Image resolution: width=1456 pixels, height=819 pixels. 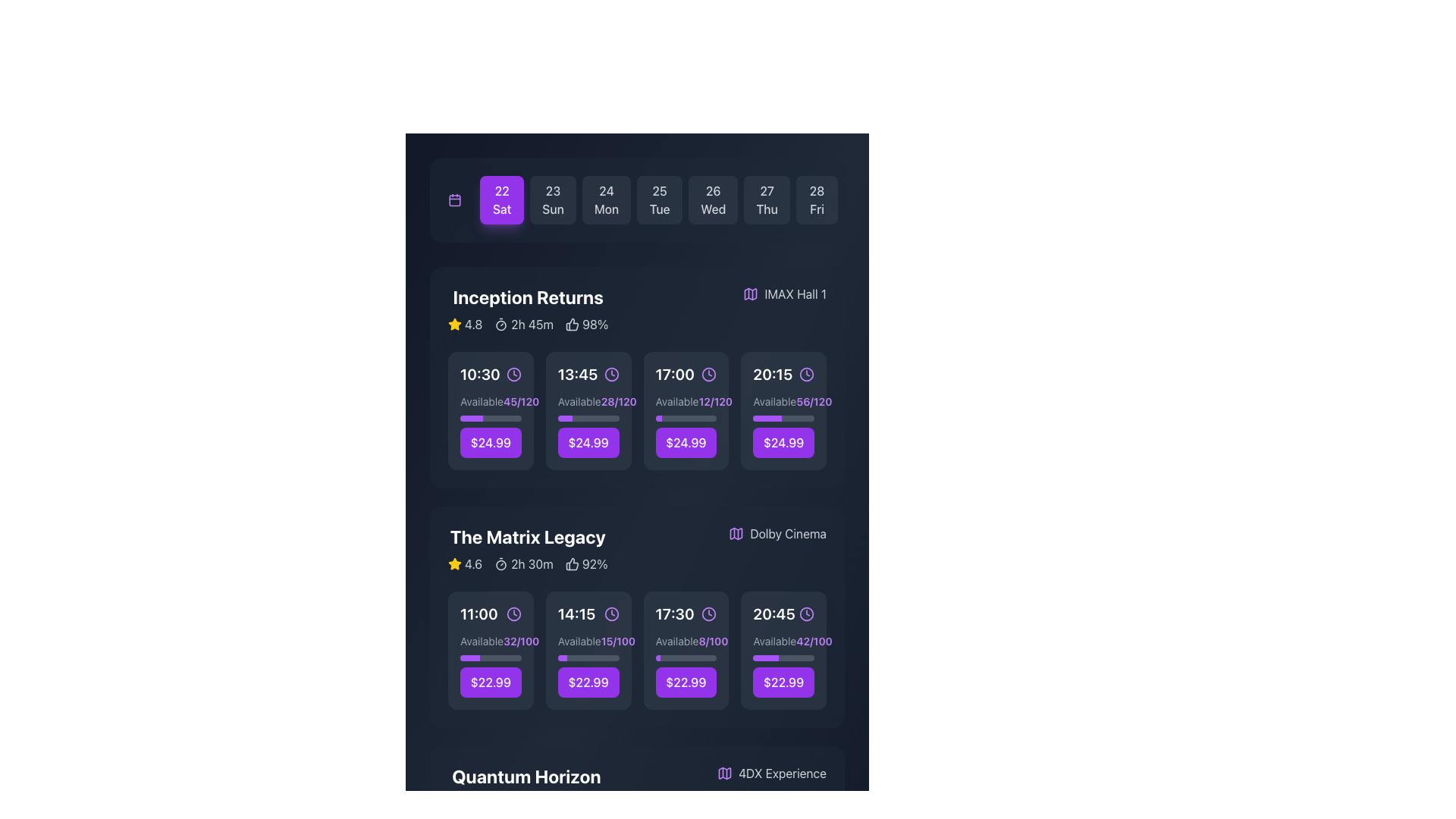 I want to click on the 'Select Seats' button, which is a purple button with white text located near the bottom right of the card for the 20:15 showtime of 'Inception Returns' in IMAX Hall 1, so click(x=790, y=411).